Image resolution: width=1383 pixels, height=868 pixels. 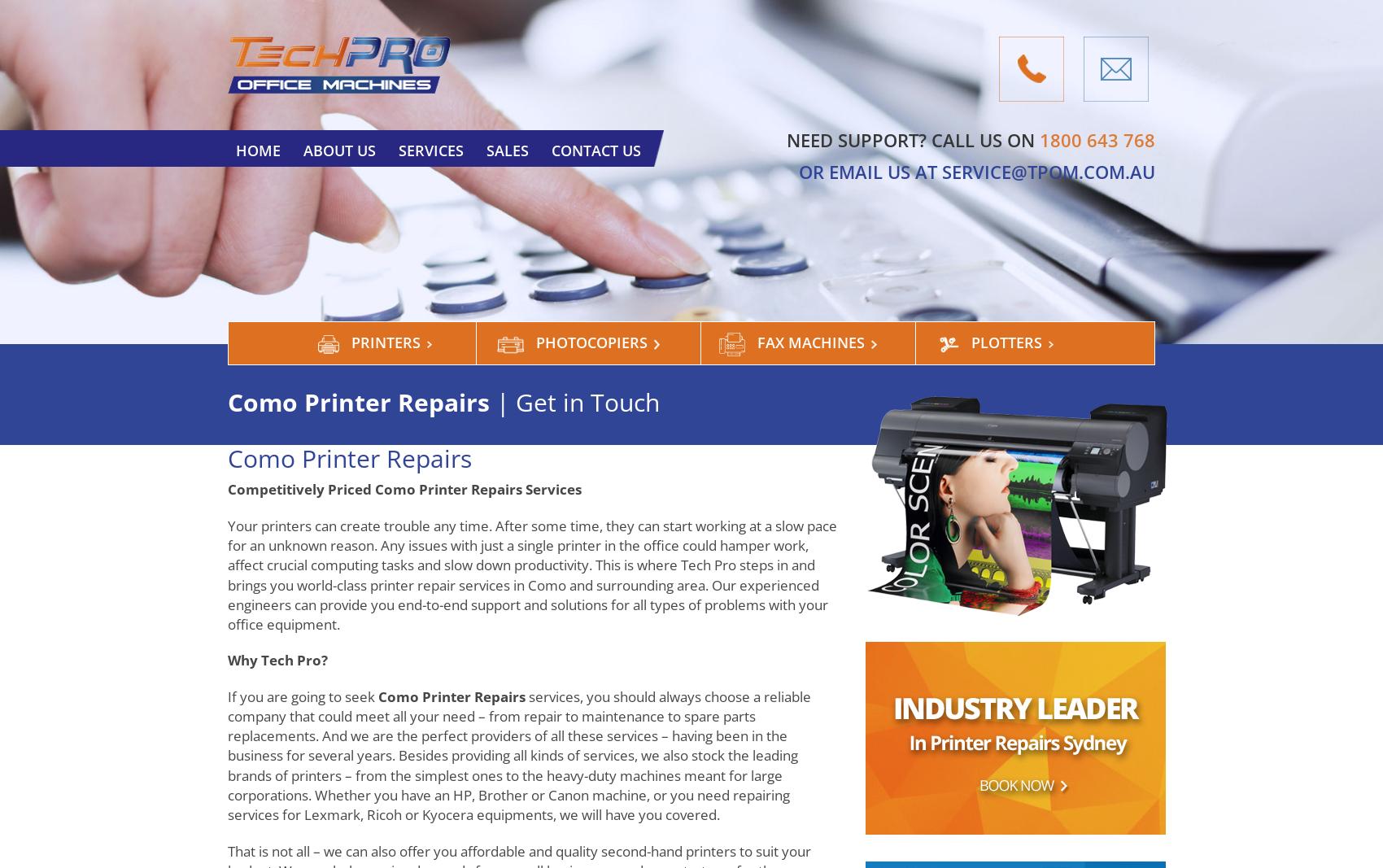 I want to click on 'OR EMAIL US AT', so click(x=870, y=172).